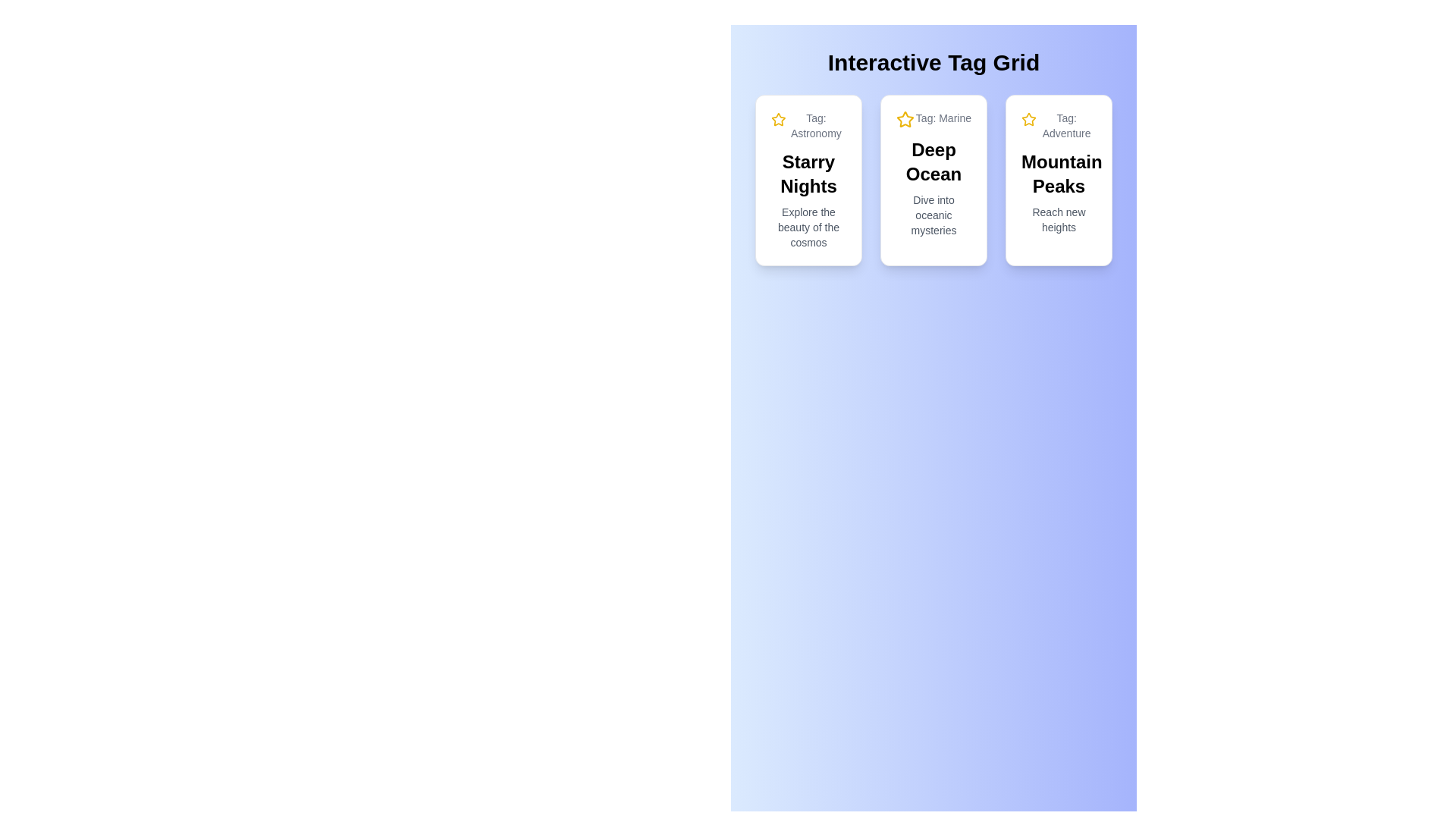  I want to click on the yellow outlined star icon located to the left of the 'Tag: Marine' title in the 'Deep Ocean' card, so click(905, 119).